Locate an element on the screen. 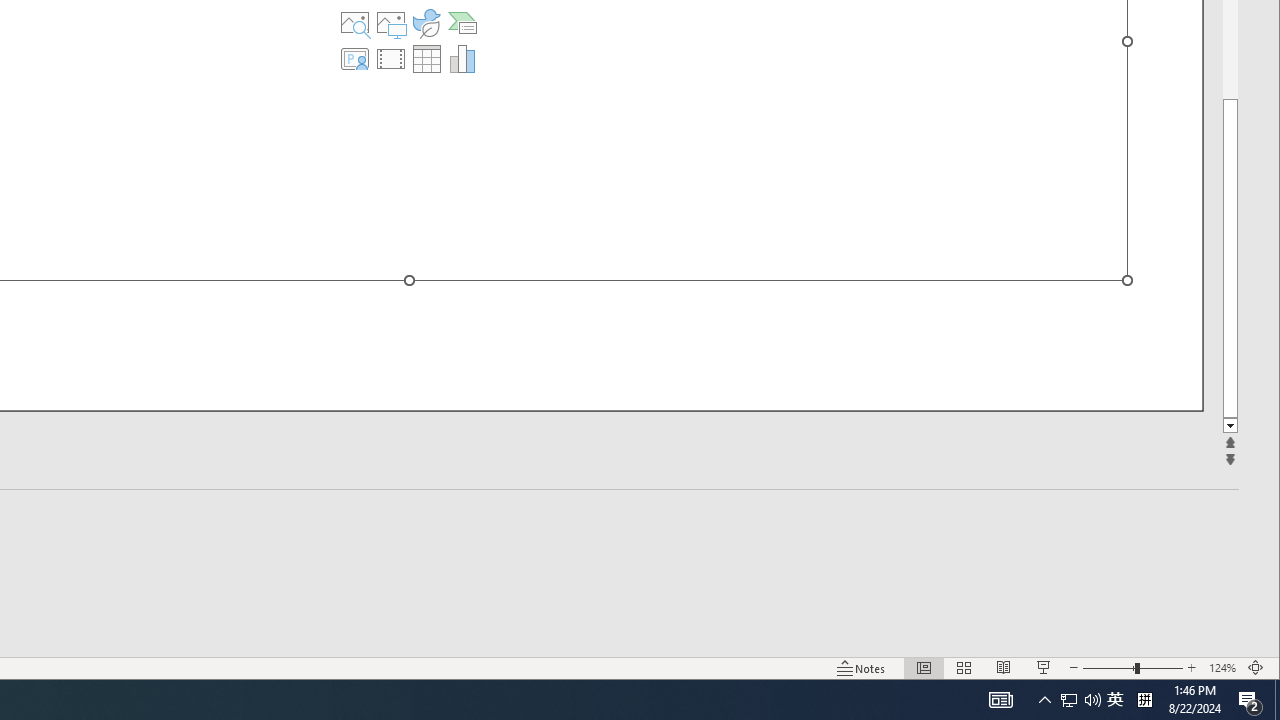 Image resolution: width=1280 pixels, height=720 pixels. 'Pictures' is located at coordinates (391, 23).